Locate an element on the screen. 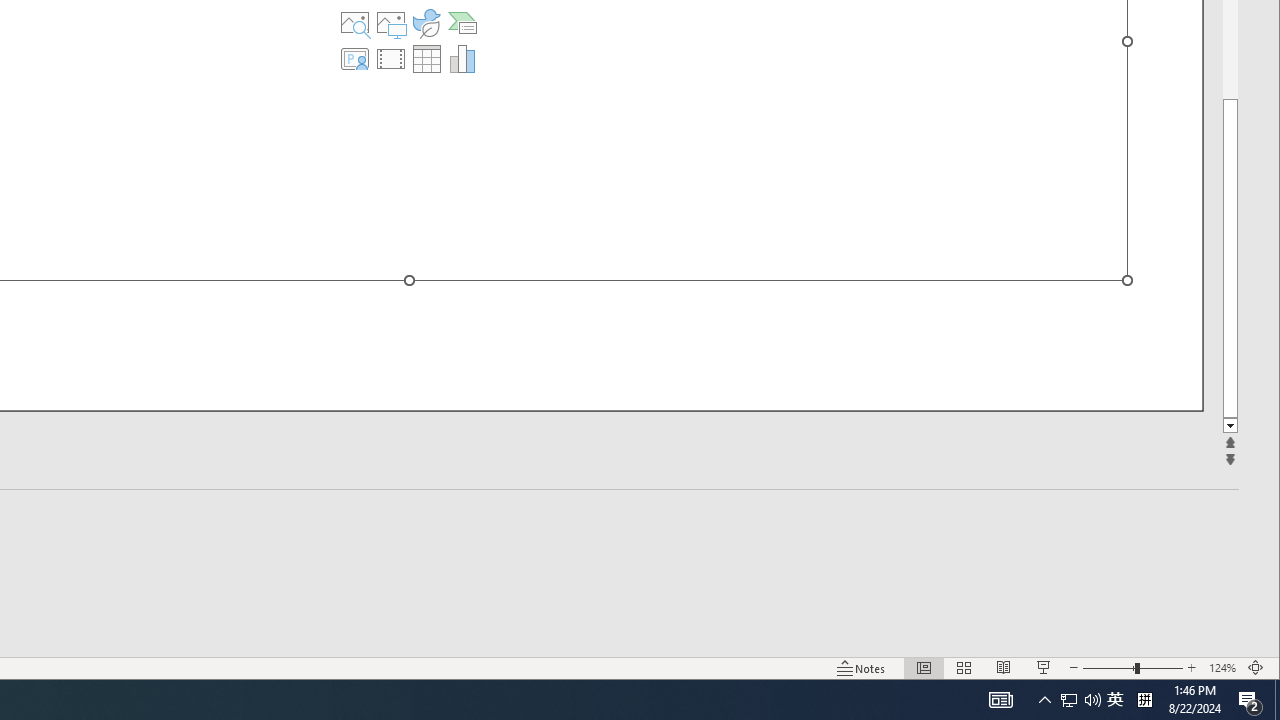 Image resolution: width=1280 pixels, height=720 pixels. 'Pictures' is located at coordinates (391, 23).